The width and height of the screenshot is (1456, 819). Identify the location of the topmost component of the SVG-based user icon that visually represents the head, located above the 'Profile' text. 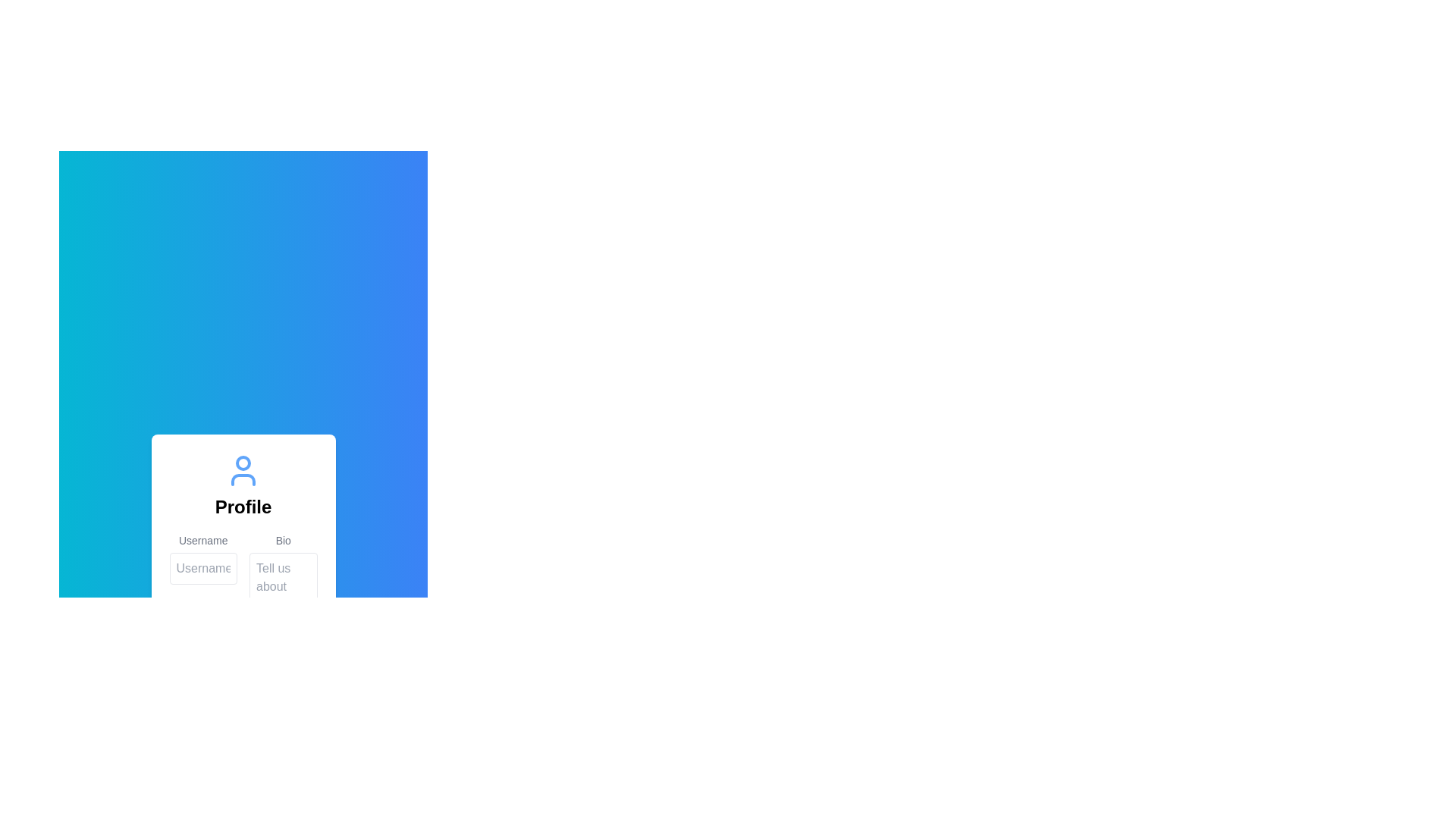
(243, 462).